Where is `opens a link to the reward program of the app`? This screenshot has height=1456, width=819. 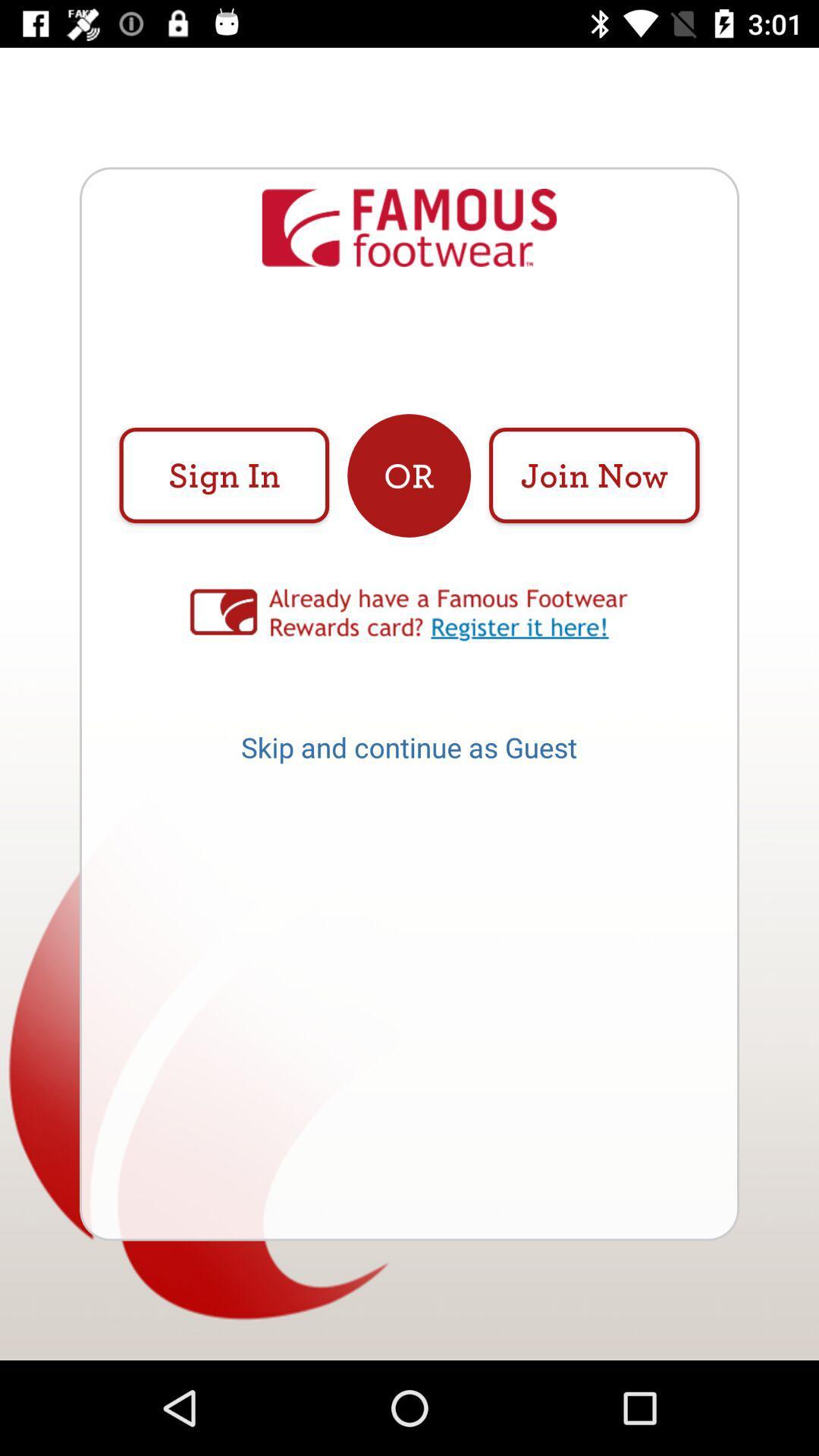
opens a link to the reward program of the app is located at coordinates (409, 615).